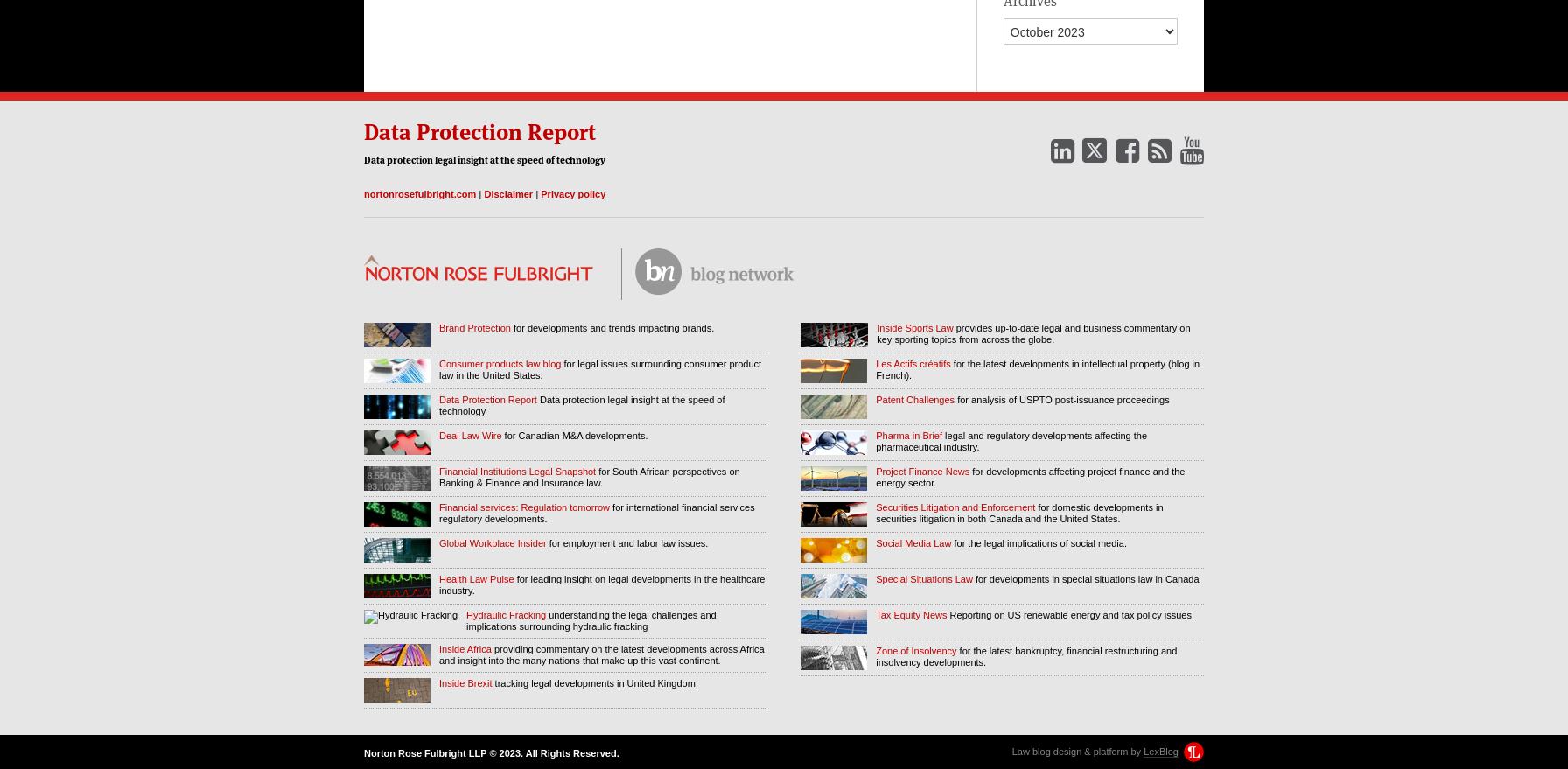  I want to click on 'tracking legal developments in United Kingdom', so click(592, 682).